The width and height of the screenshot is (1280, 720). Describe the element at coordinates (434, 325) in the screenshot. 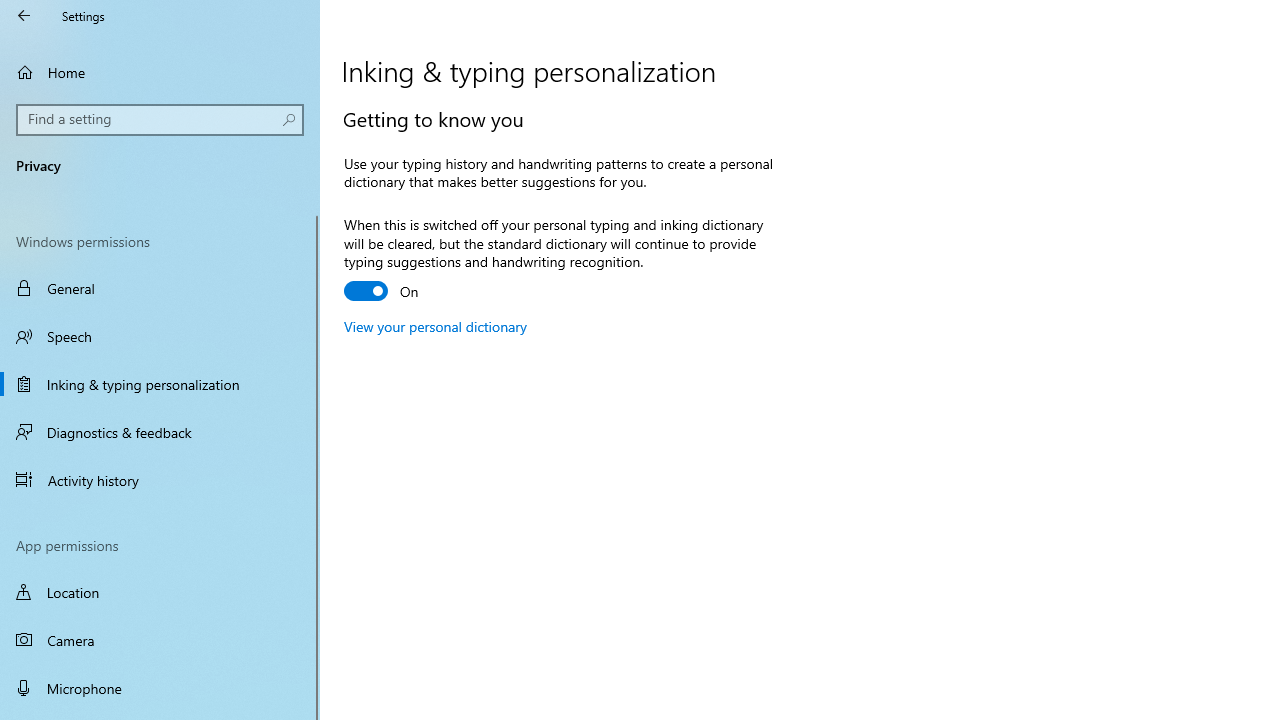

I see `'View your personal dictionary'` at that location.